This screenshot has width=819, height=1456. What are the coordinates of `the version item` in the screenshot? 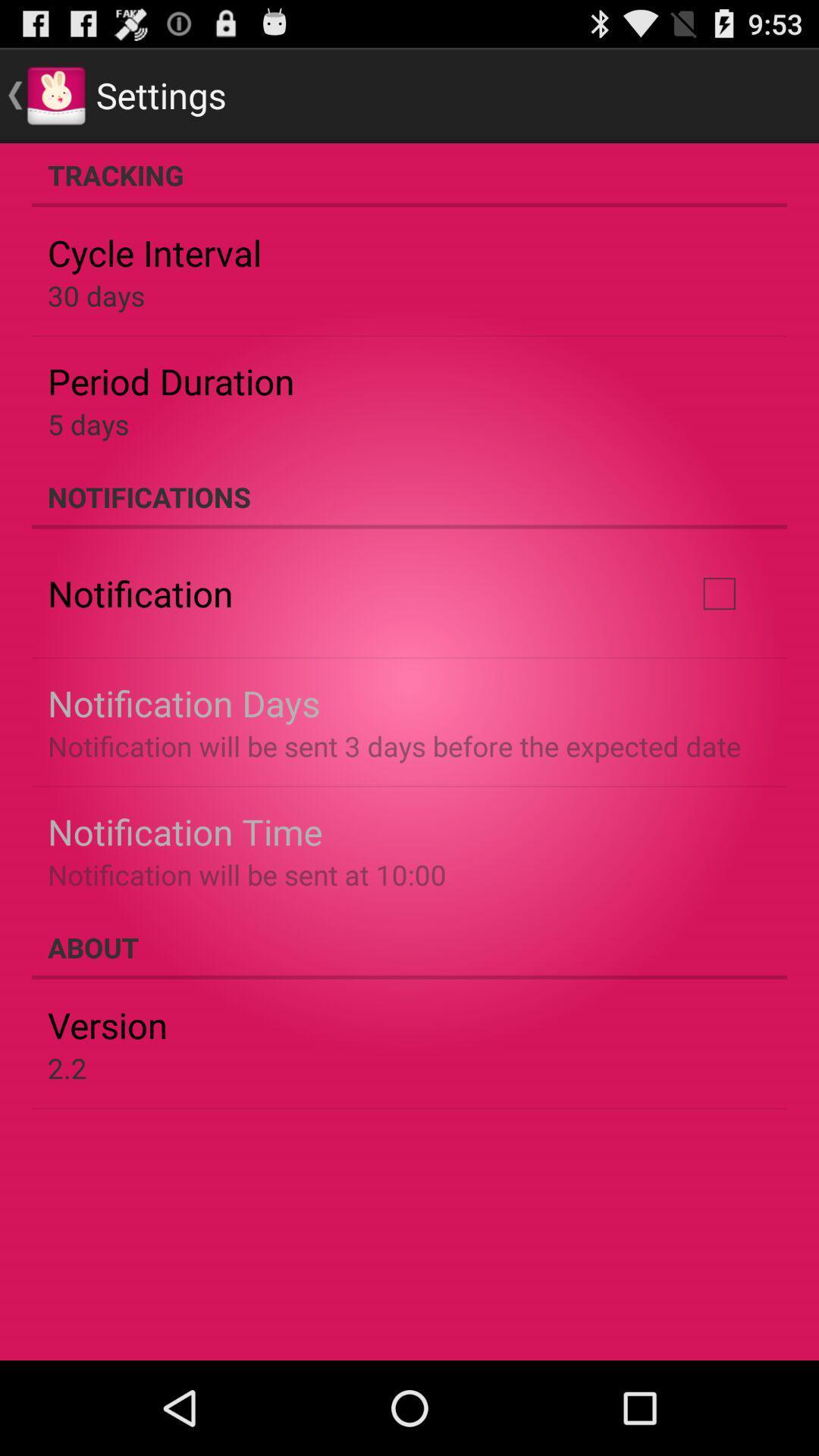 It's located at (107, 1025).